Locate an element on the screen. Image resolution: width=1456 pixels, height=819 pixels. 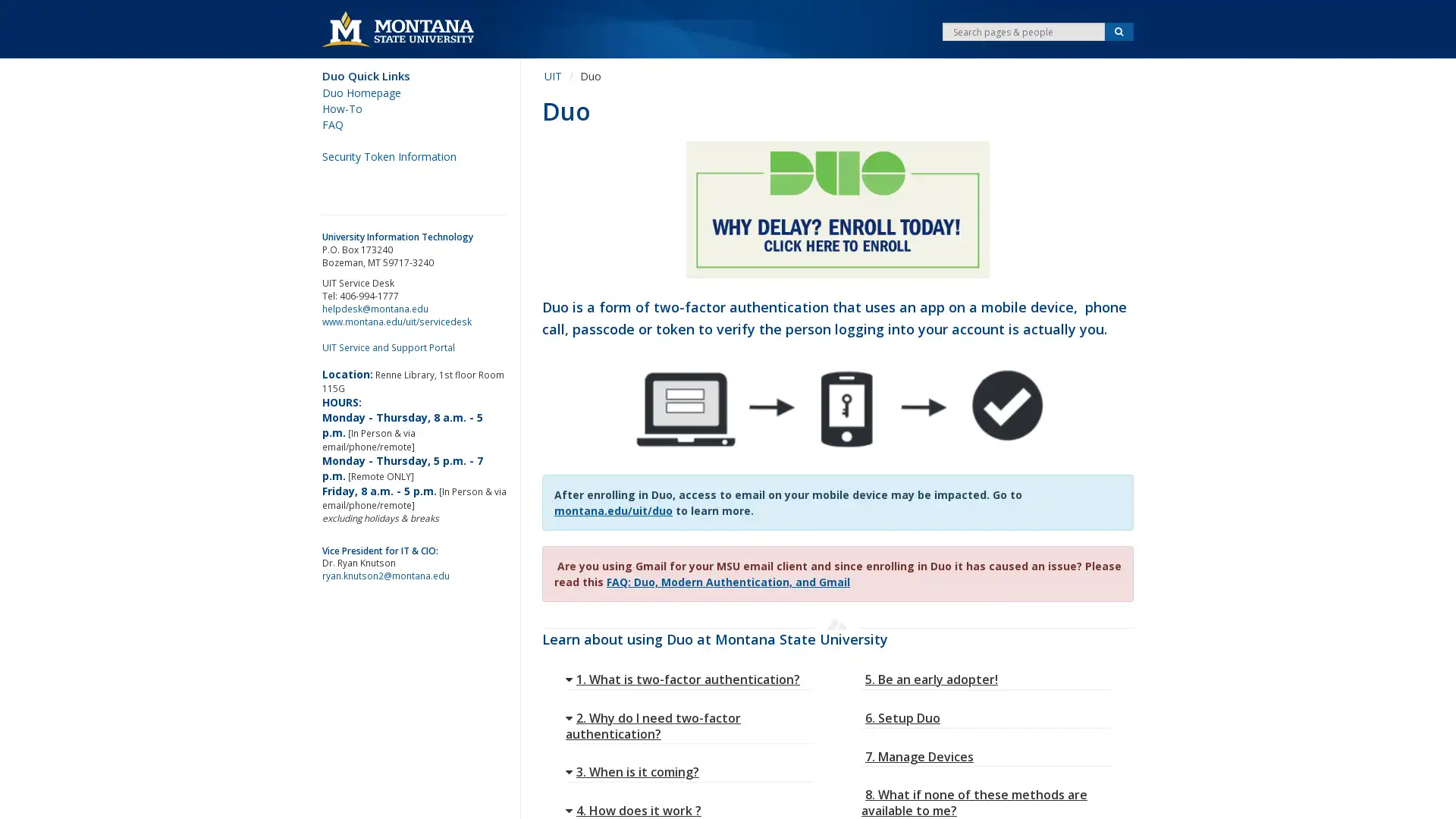
Search is located at coordinates (1119, 32).